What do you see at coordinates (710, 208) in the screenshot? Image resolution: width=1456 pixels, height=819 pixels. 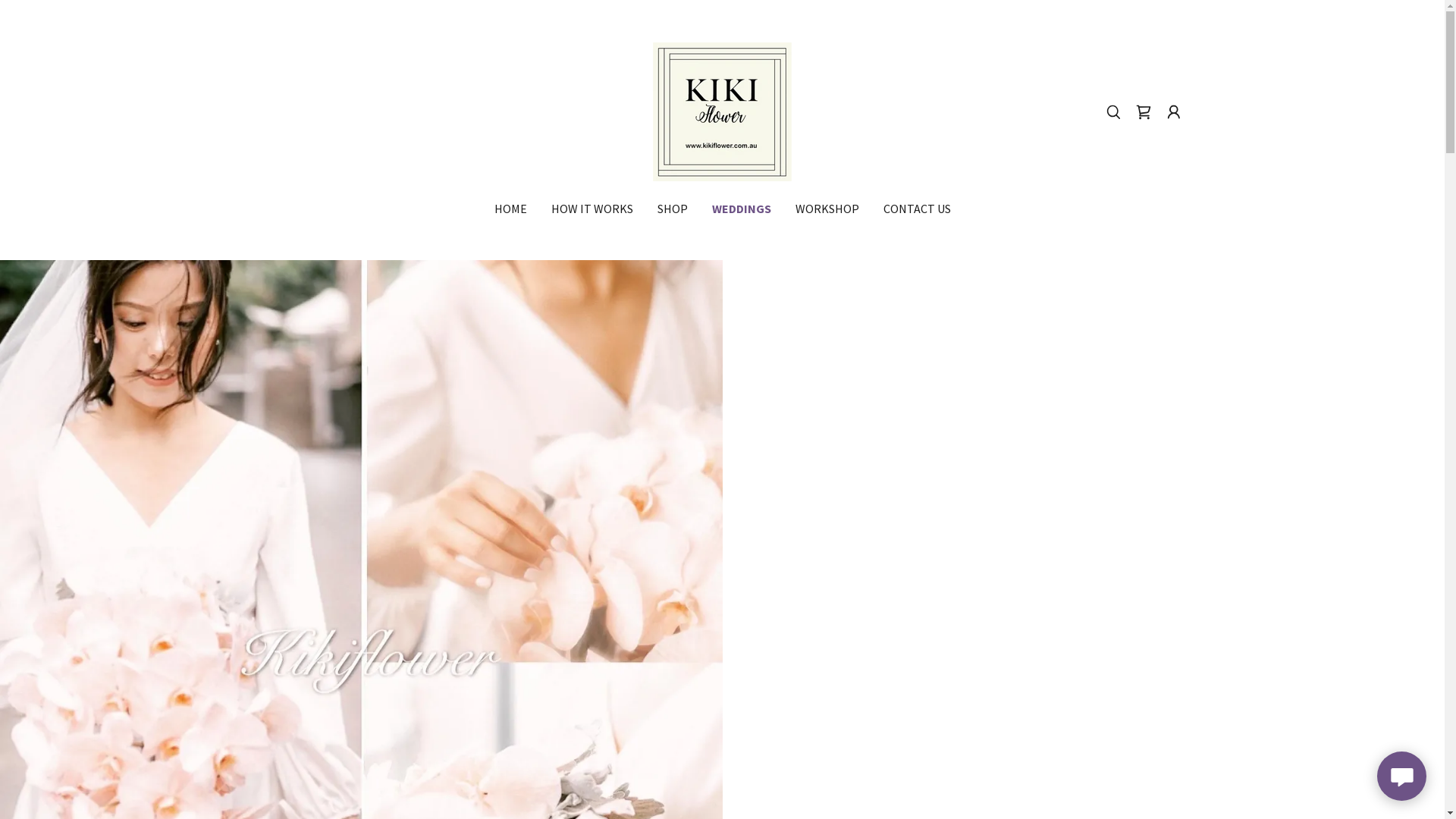 I see `'WEDDINGS'` at bounding box center [710, 208].